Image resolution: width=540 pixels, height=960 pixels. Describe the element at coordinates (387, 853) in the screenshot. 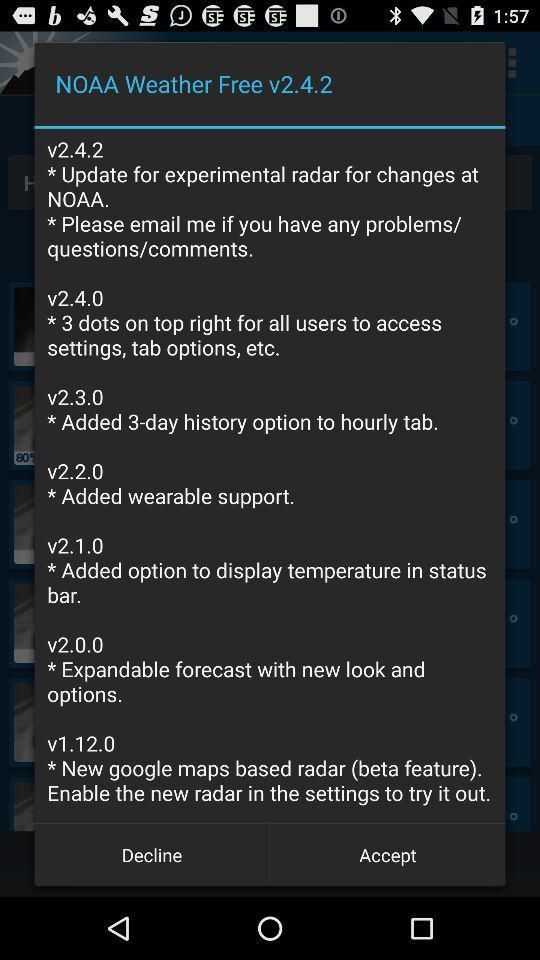

I see `the button at the bottom right corner` at that location.